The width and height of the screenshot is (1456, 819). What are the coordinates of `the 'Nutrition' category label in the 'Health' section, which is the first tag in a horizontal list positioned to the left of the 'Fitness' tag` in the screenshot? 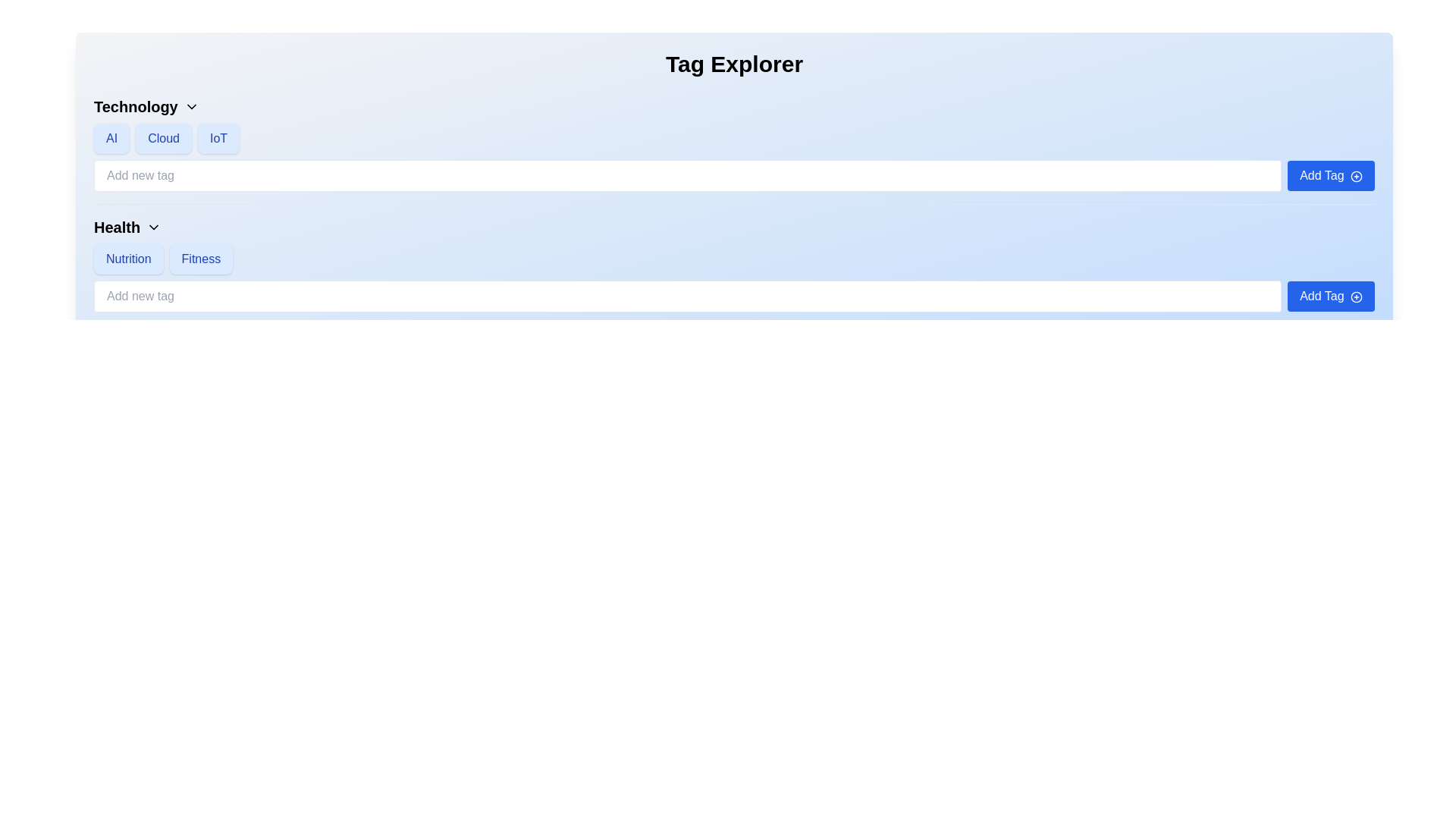 It's located at (128, 259).